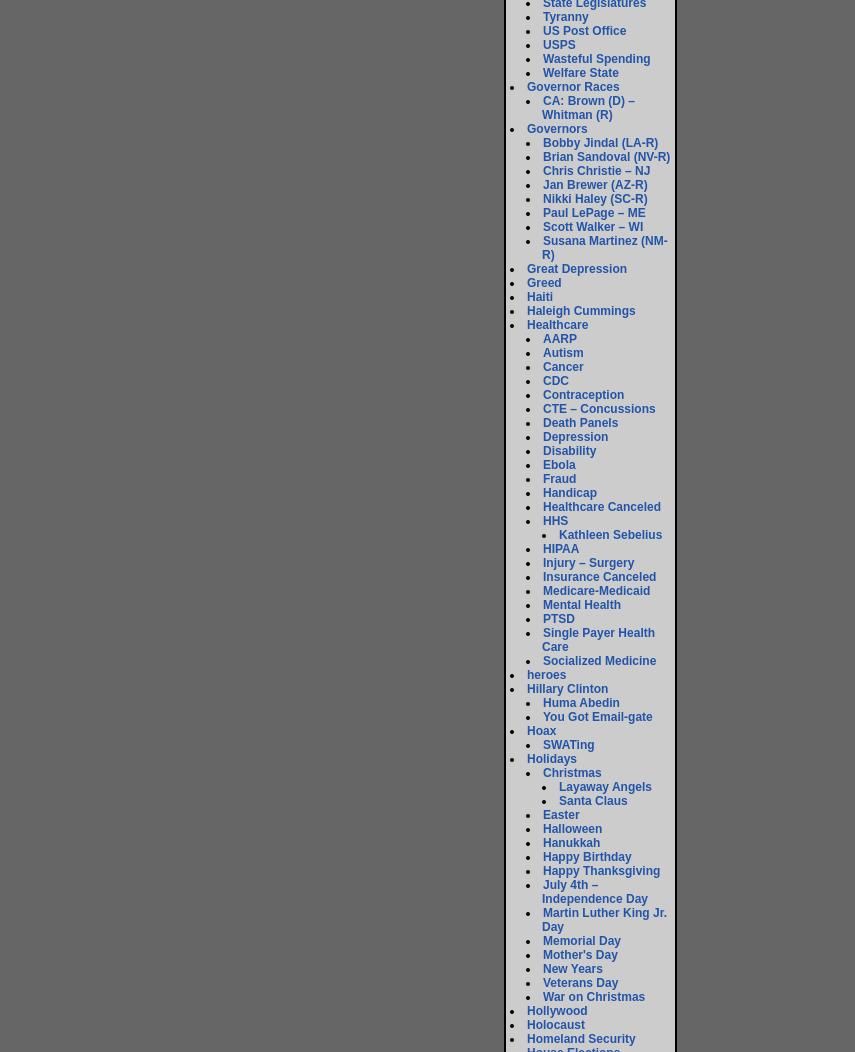 The height and width of the screenshot is (1052, 855). Describe the element at coordinates (594, 891) in the screenshot. I see `'July 4th – Independence Day'` at that location.